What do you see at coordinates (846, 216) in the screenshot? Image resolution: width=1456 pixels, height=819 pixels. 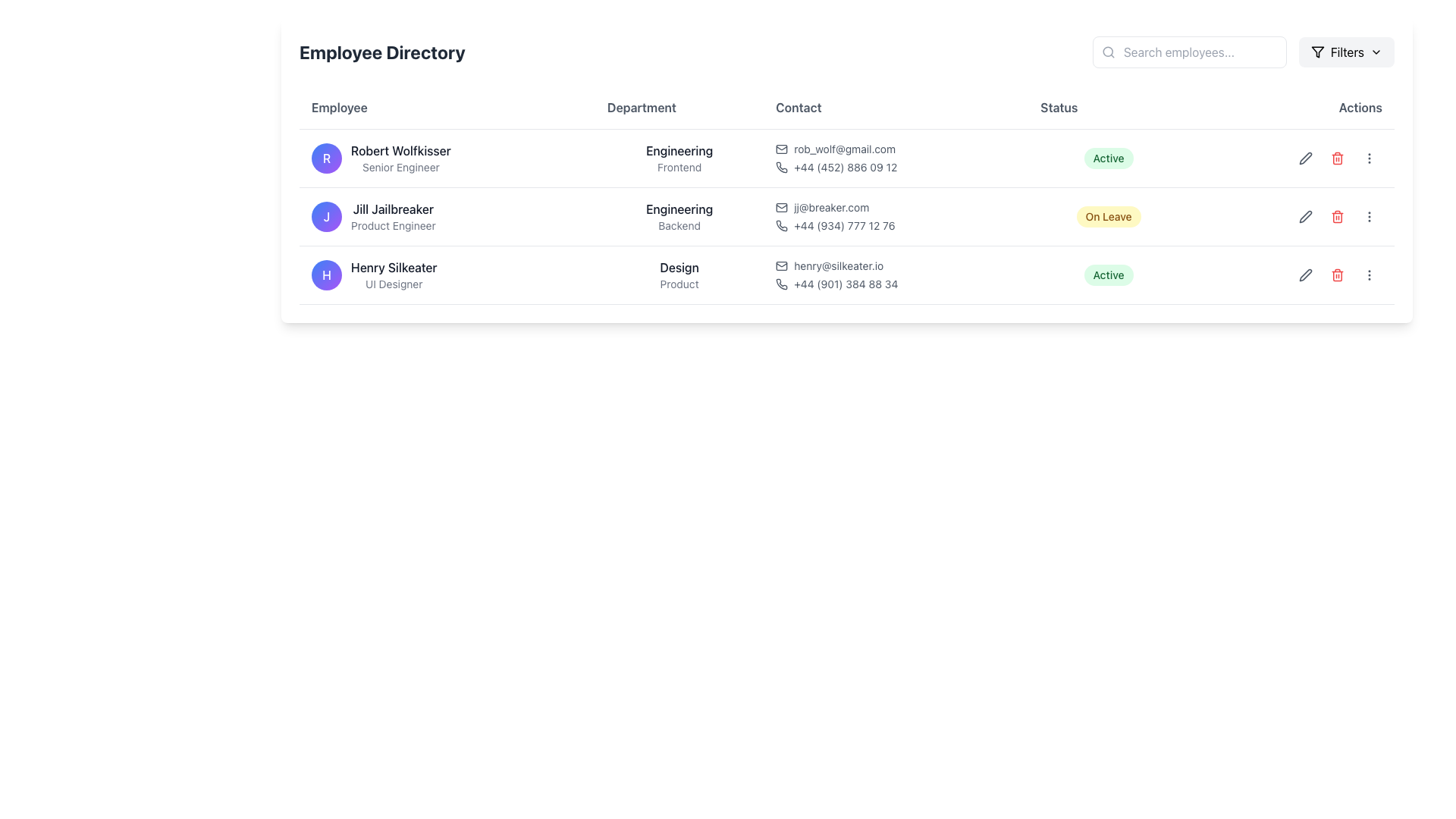 I see `the second personnel entry in the employee table` at bounding box center [846, 216].